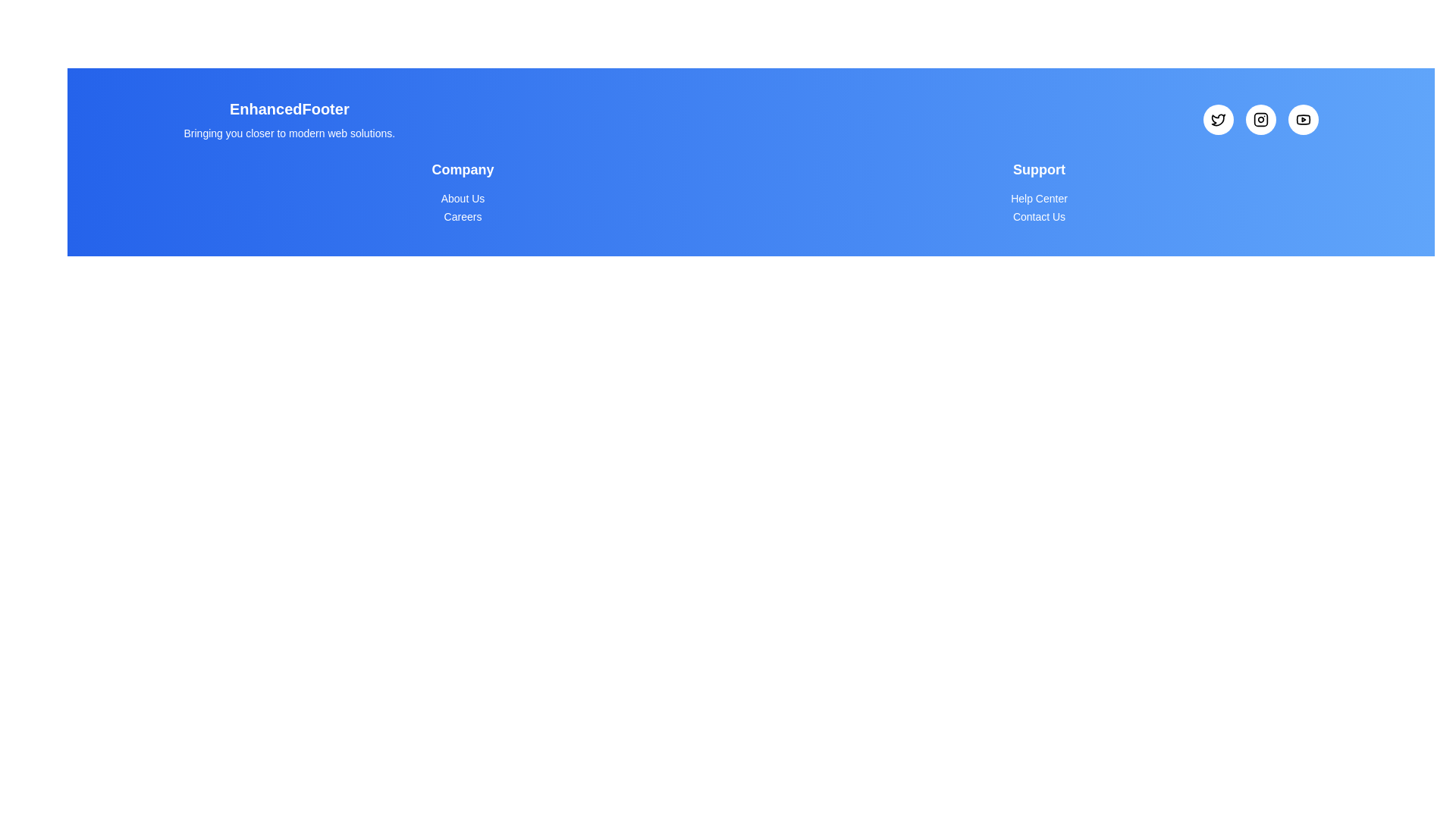 The width and height of the screenshot is (1456, 819). What do you see at coordinates (462, 169) in the screenshot?
I see `the 'Company' label, which is styled with bold font and larger text size, located in the left section of the footer above the 'About Us' and 'Careers' links` at bounding box center [462, 169].